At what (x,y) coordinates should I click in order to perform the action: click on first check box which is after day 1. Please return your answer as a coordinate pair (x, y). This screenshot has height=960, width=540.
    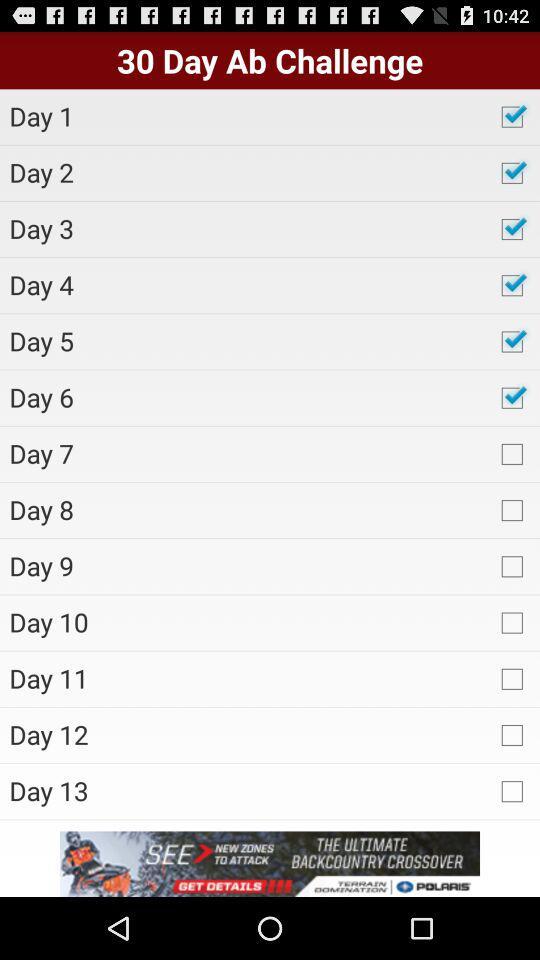
    Looking at the image, I should click on (511, 117).